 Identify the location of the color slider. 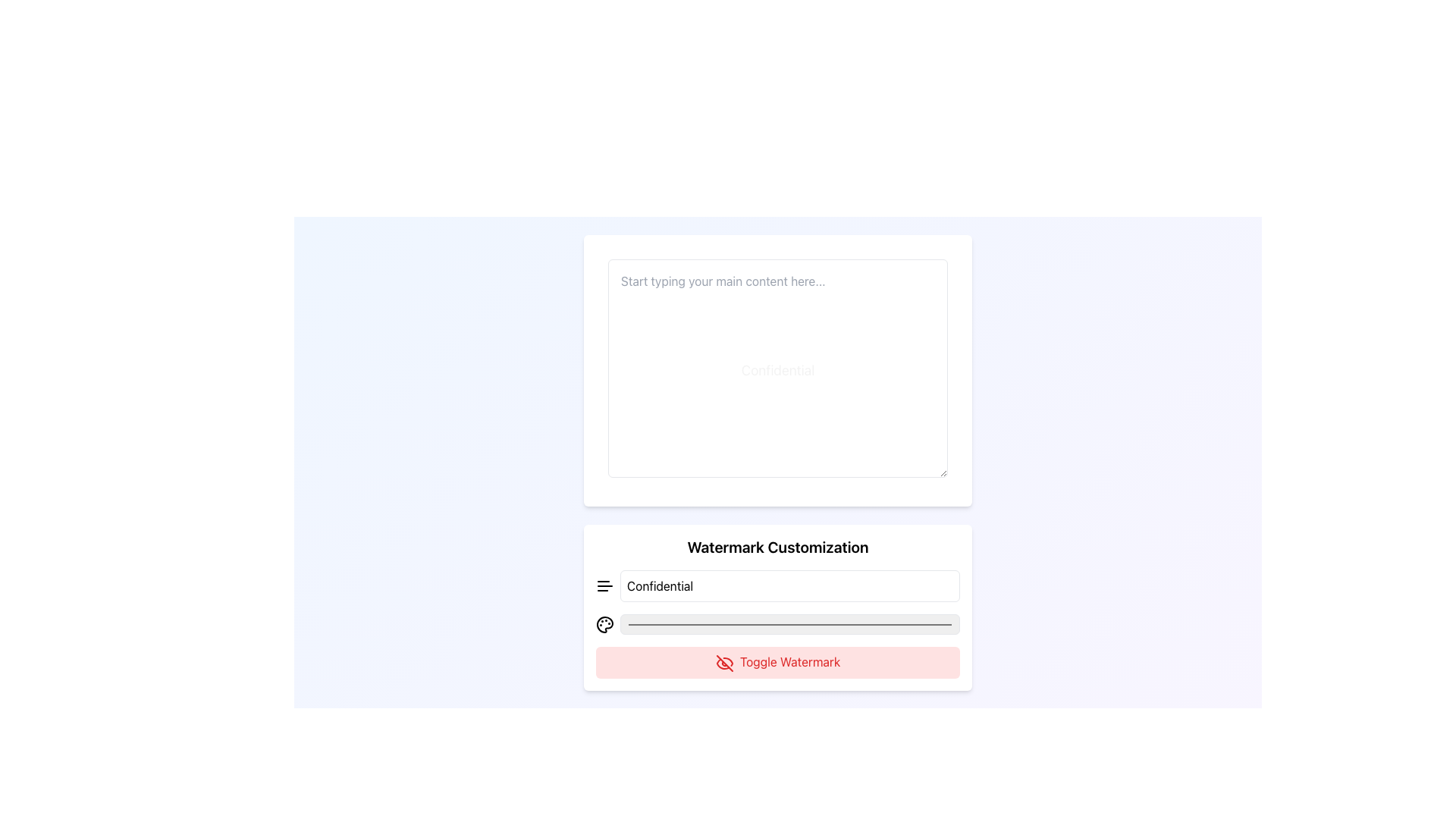
(773, 624).